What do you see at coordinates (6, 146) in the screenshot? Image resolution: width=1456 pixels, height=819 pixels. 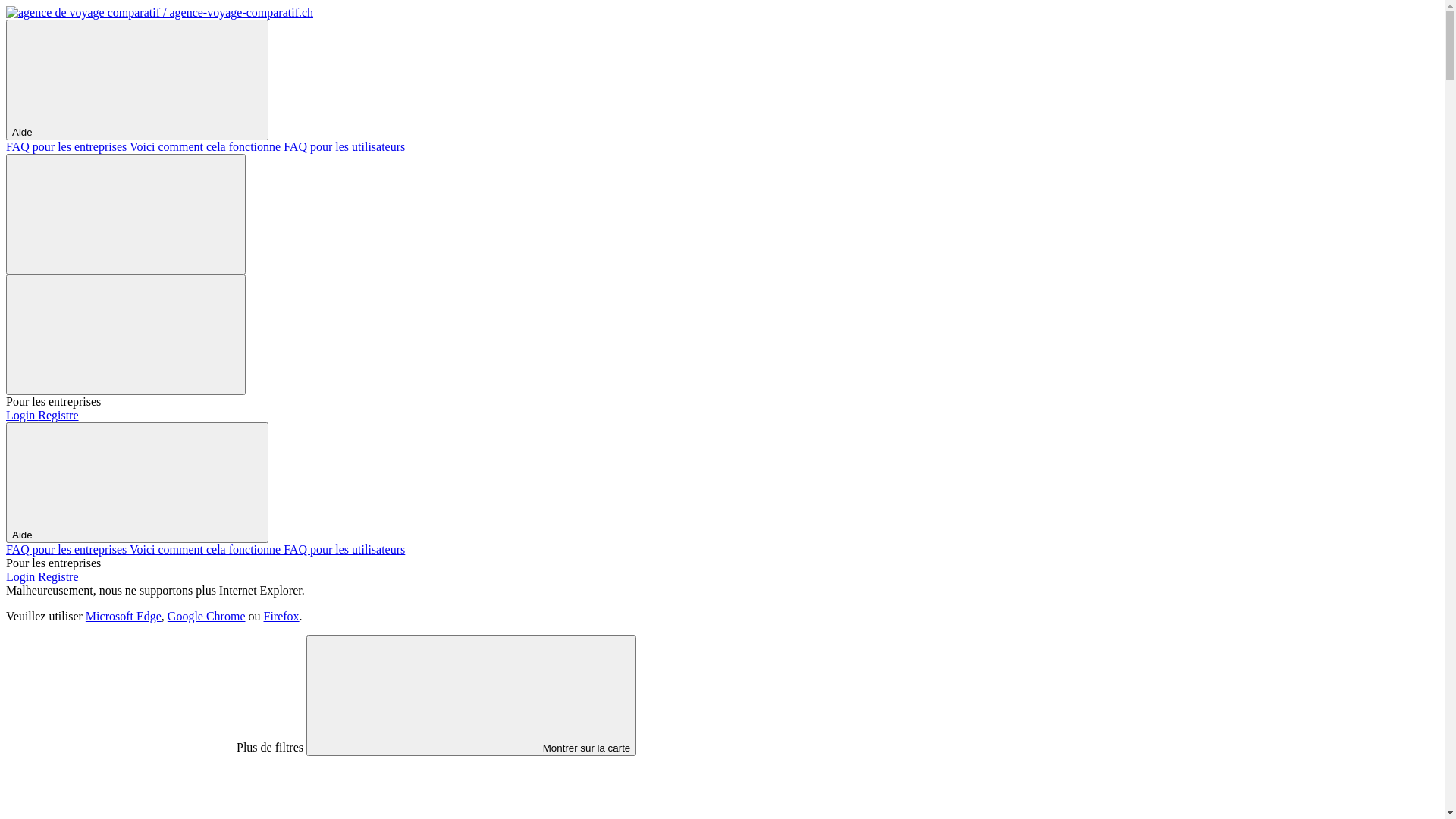 I see `'FAQ pour les entreprises'` at bounding box center [6, 146].